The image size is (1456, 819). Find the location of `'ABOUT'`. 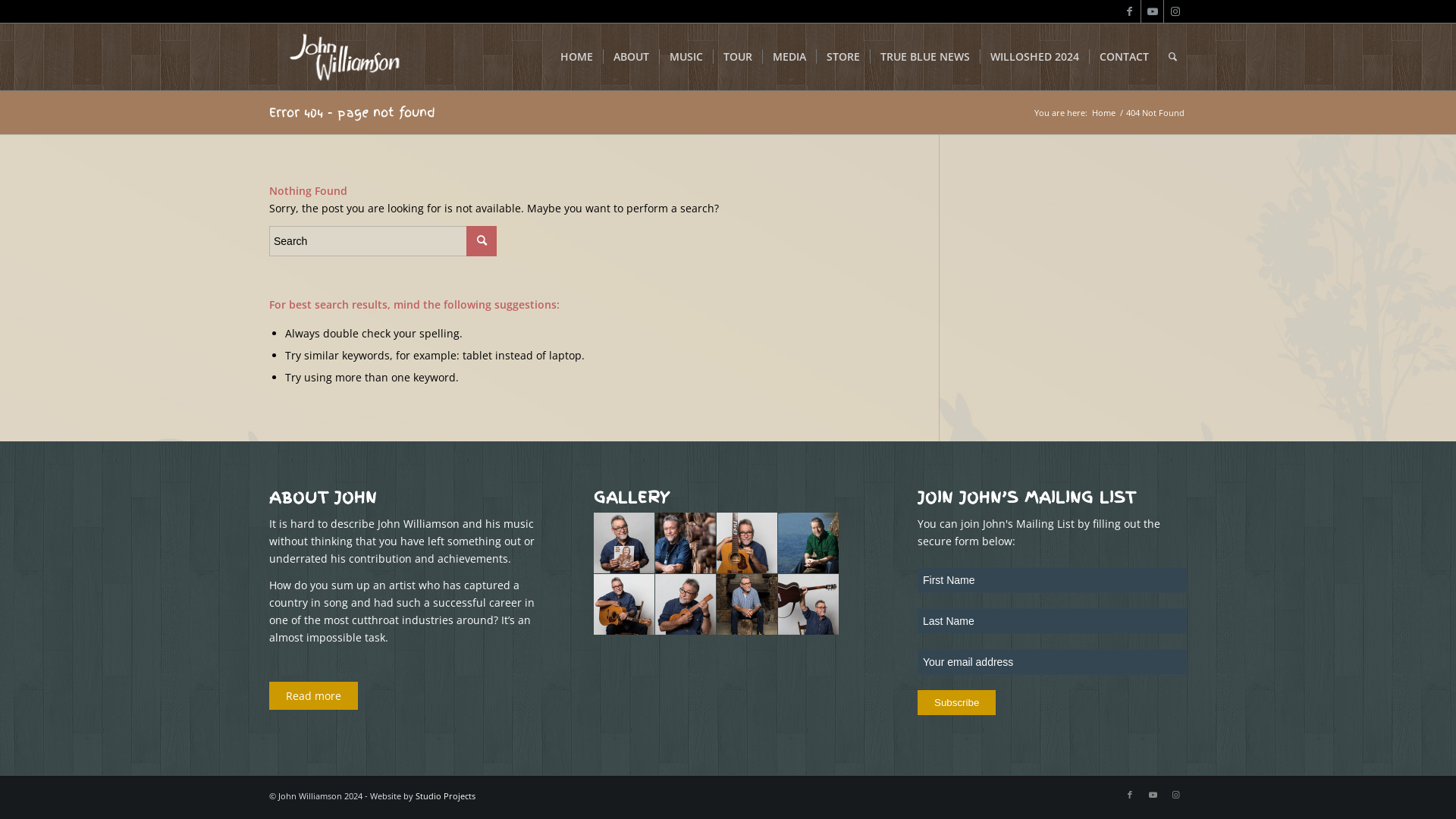

'ABOUT' is located at coordinates (630, 55).